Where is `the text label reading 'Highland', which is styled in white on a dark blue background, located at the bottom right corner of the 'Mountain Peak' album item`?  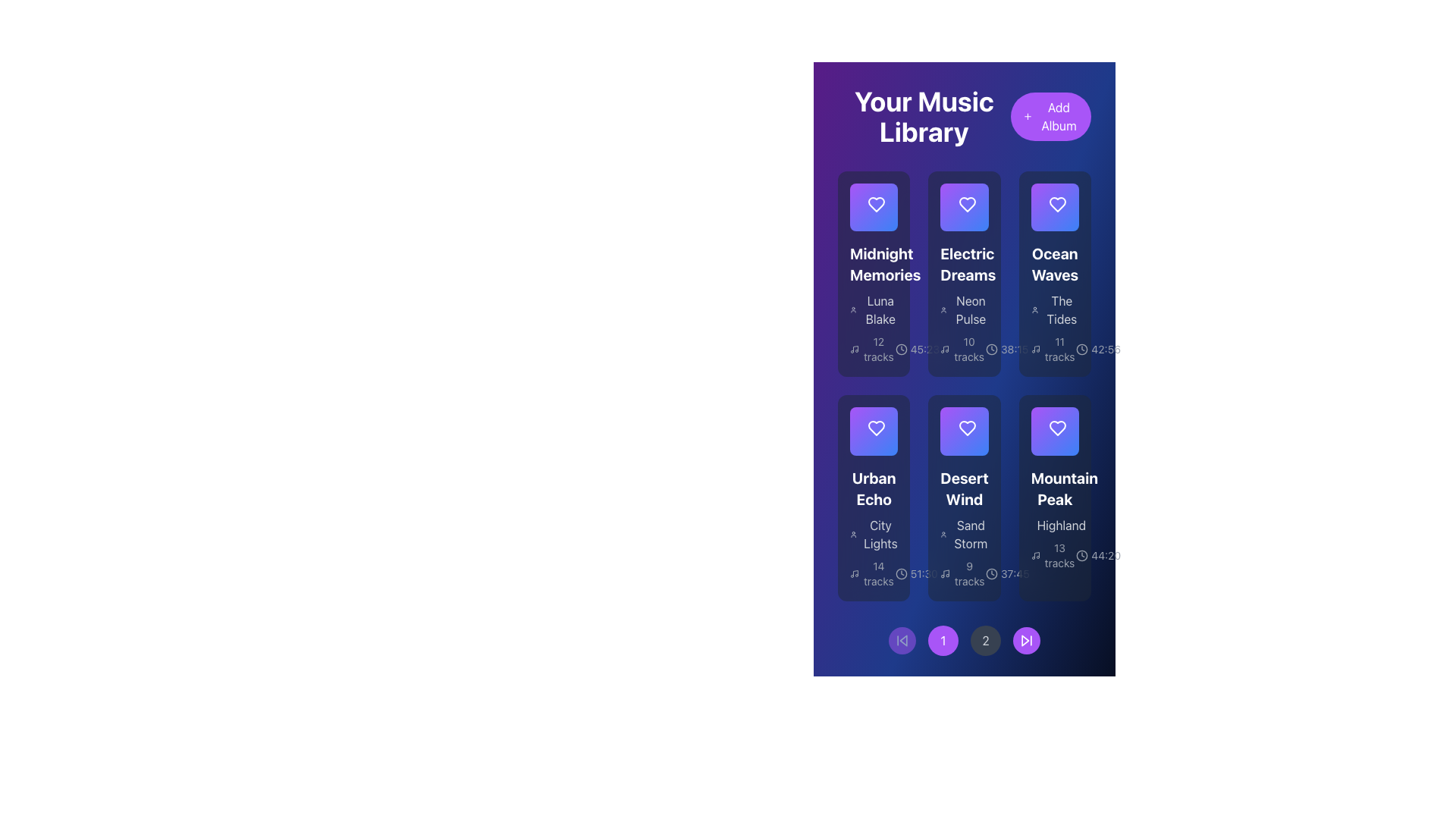 the text label reading 'Highland', which is styled in white on a dark blue background, located at the bottom right corner of the 'Mountain Peak' album item is located at coordinates (1060, 524).